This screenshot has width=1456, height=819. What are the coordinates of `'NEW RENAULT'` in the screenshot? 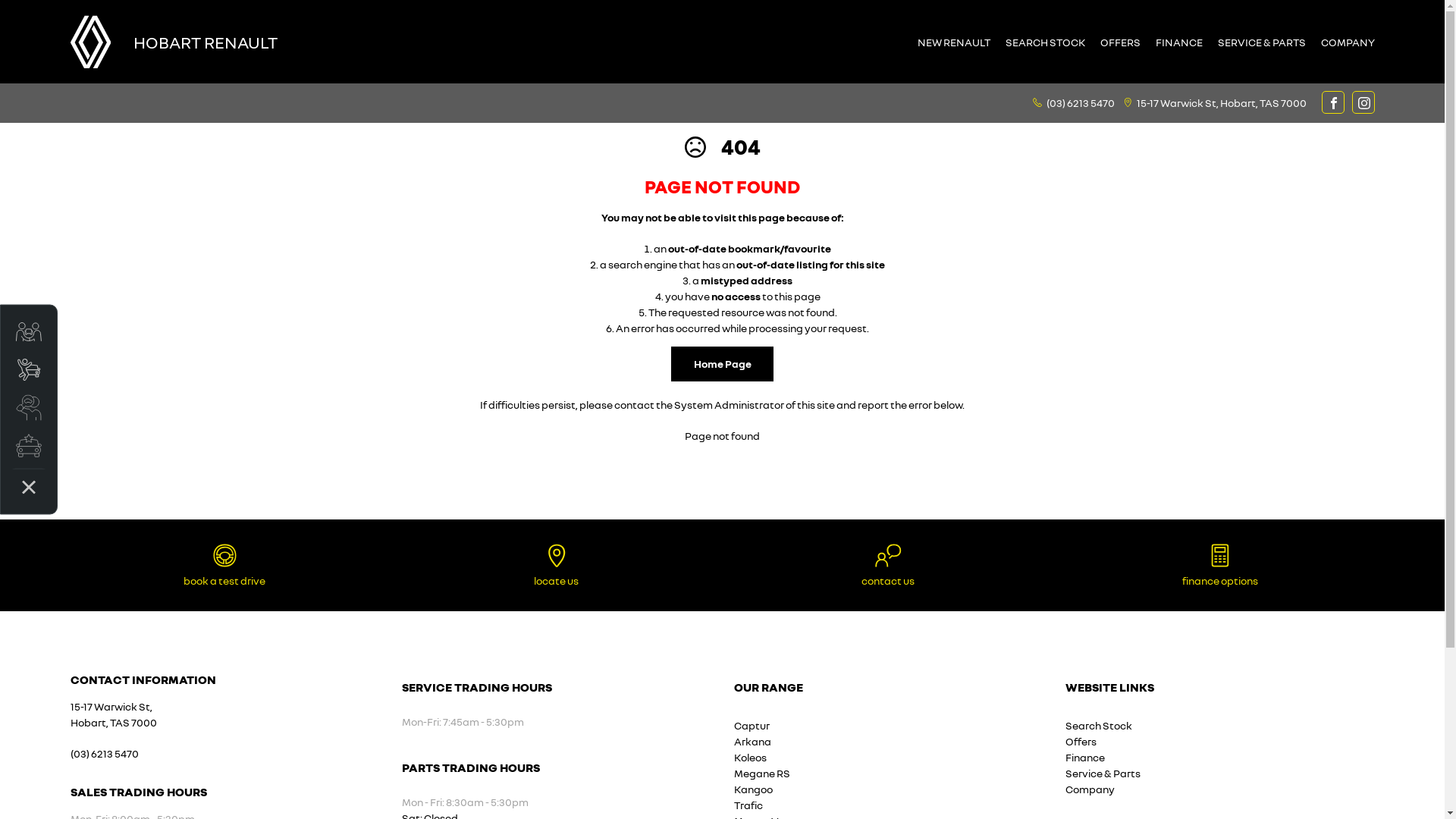 It's located at (952, 41).